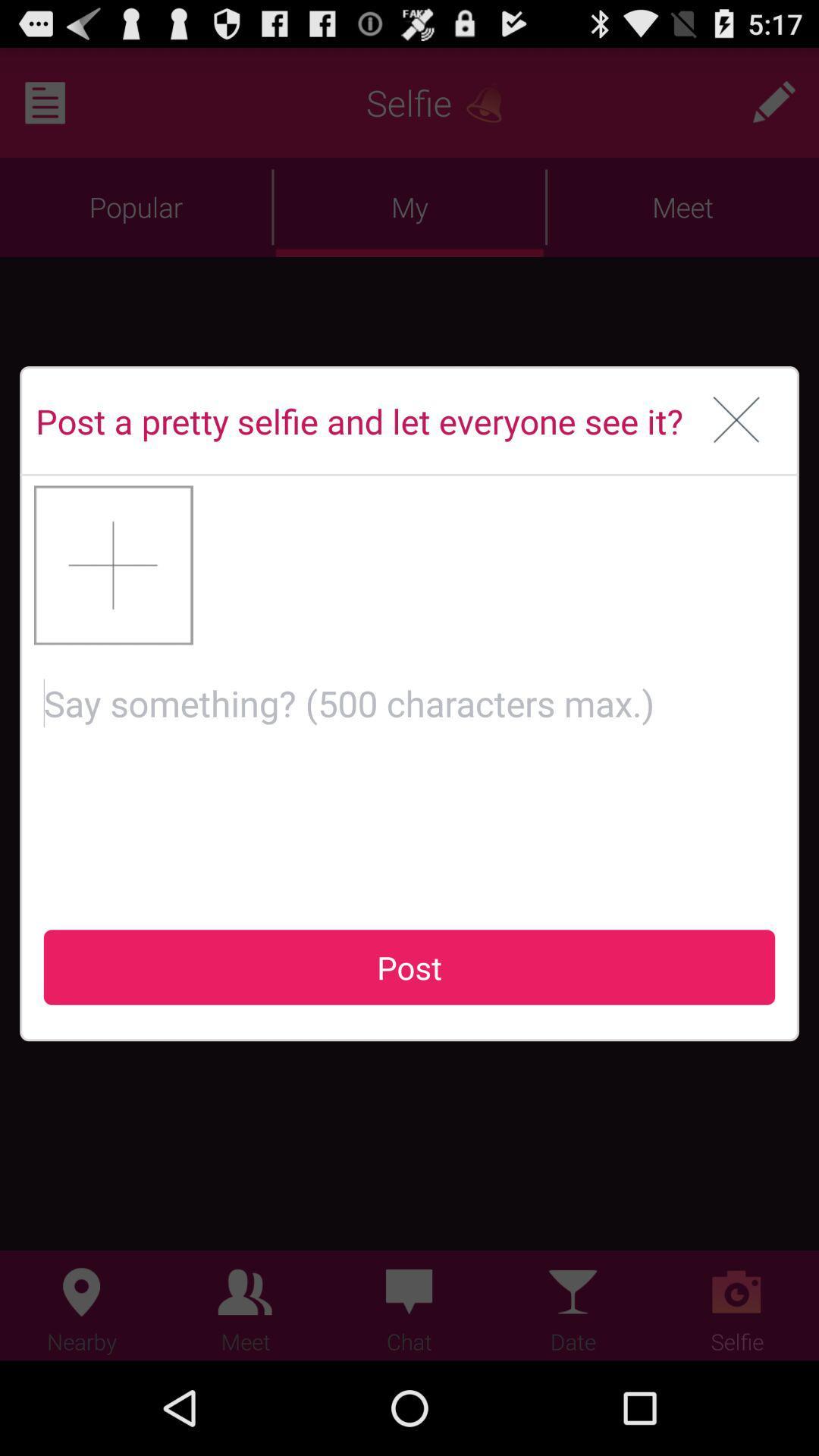  What do you see at coordinates (113, 564) in the screenshot?
I see `button` at bounding box center [113, 564].